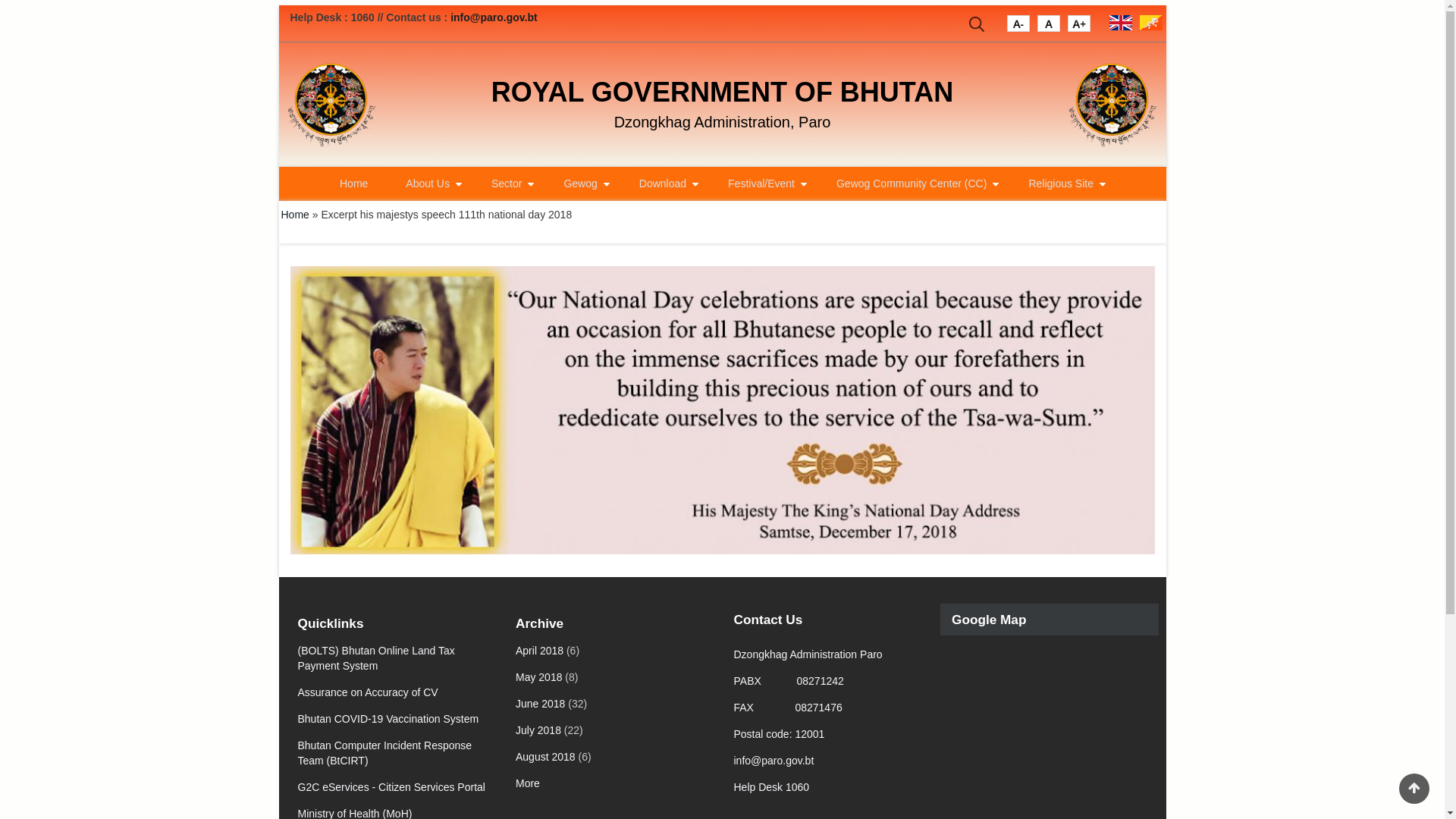 The width and height of the screenshot is (1456, 819). I want to click on 'Back to Top', so click(1414, 788).